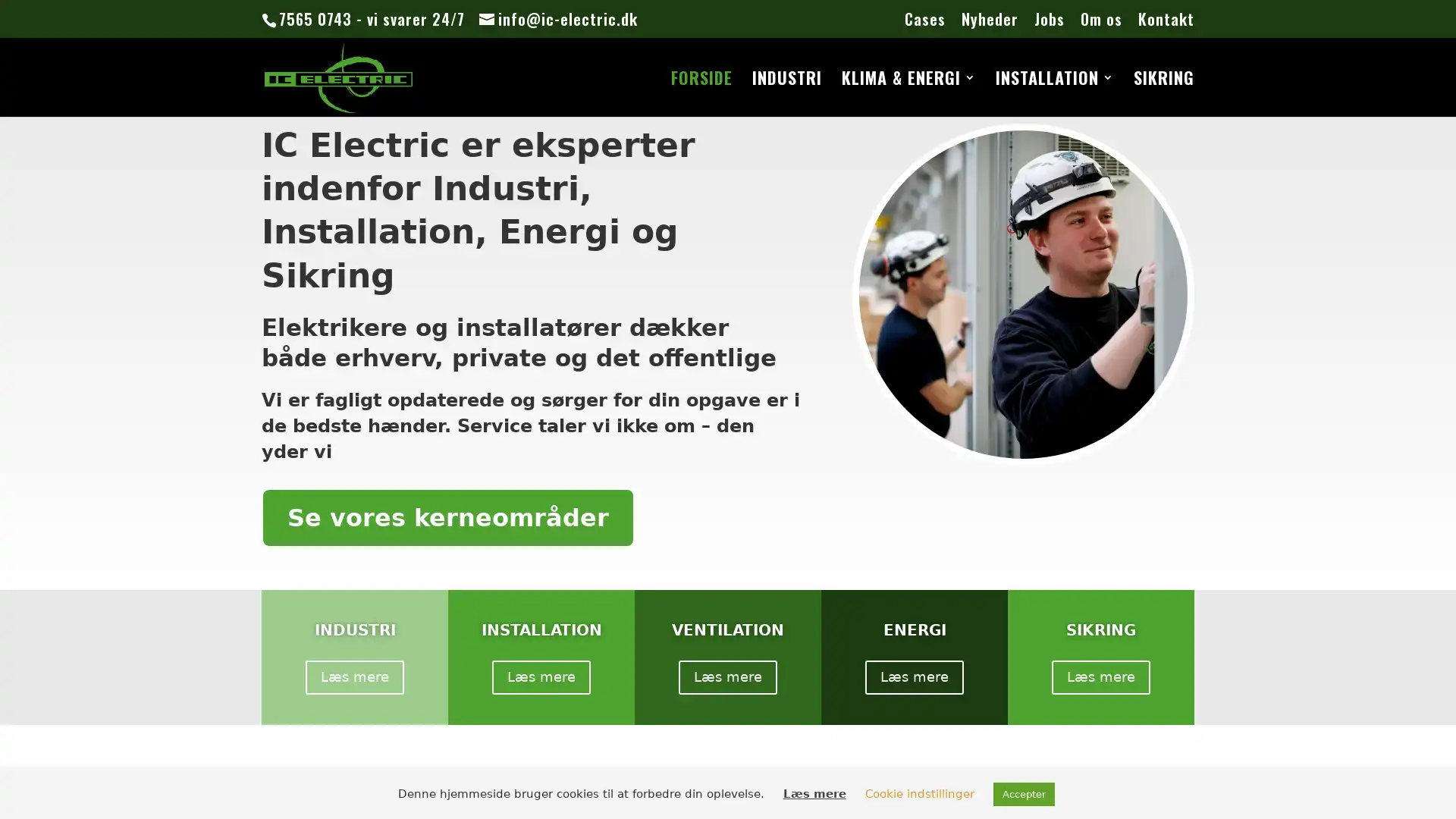 Image resolution: width=1456 pixels, height=819 pixels. I want to click on Accepter, so click(1023, 793).